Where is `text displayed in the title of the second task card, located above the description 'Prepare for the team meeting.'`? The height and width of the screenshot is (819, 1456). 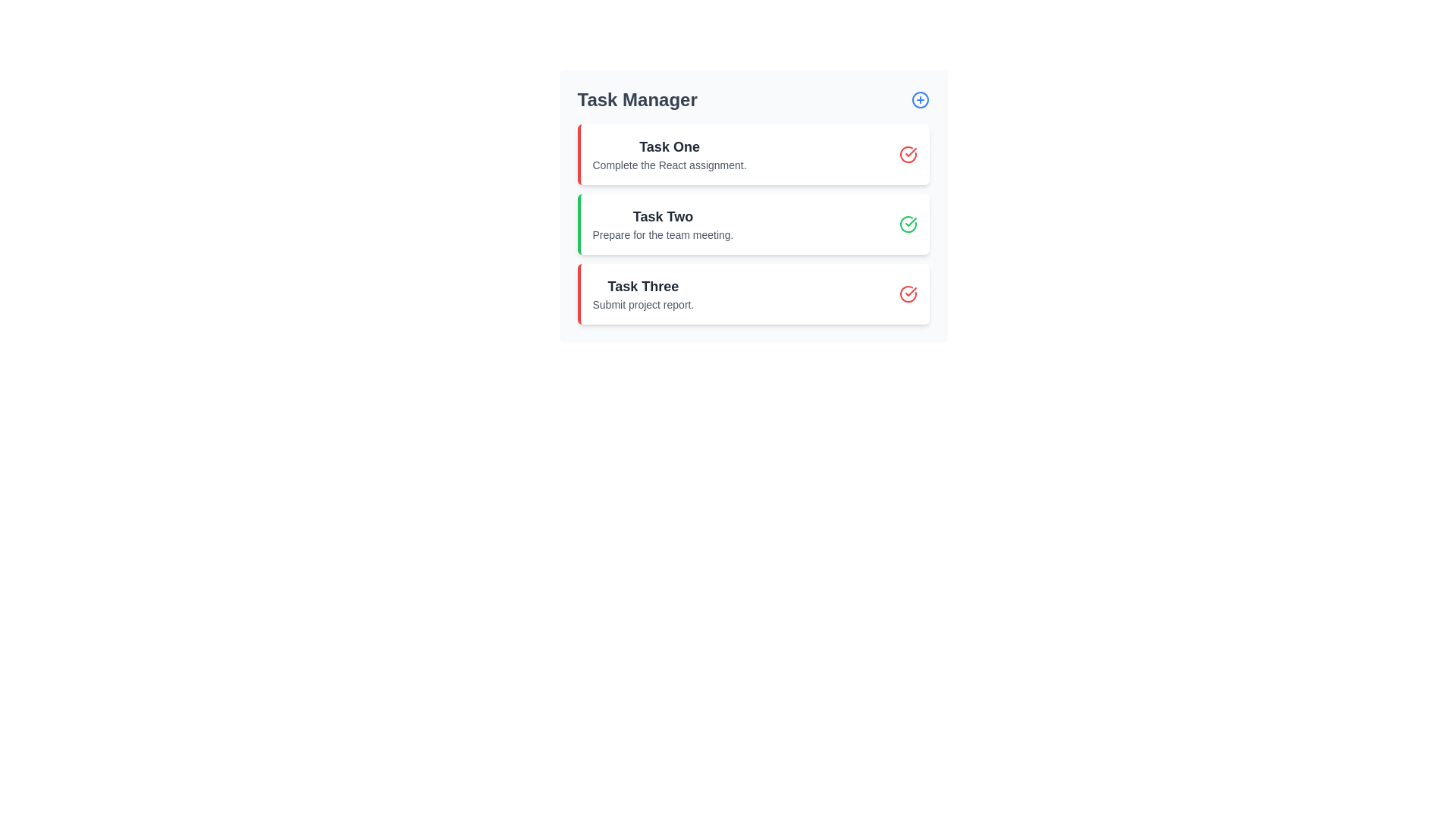 text displayed in the title of the second task card, located above the description 'Prepare for the team meeting.' is located at coordinates (663, 216).